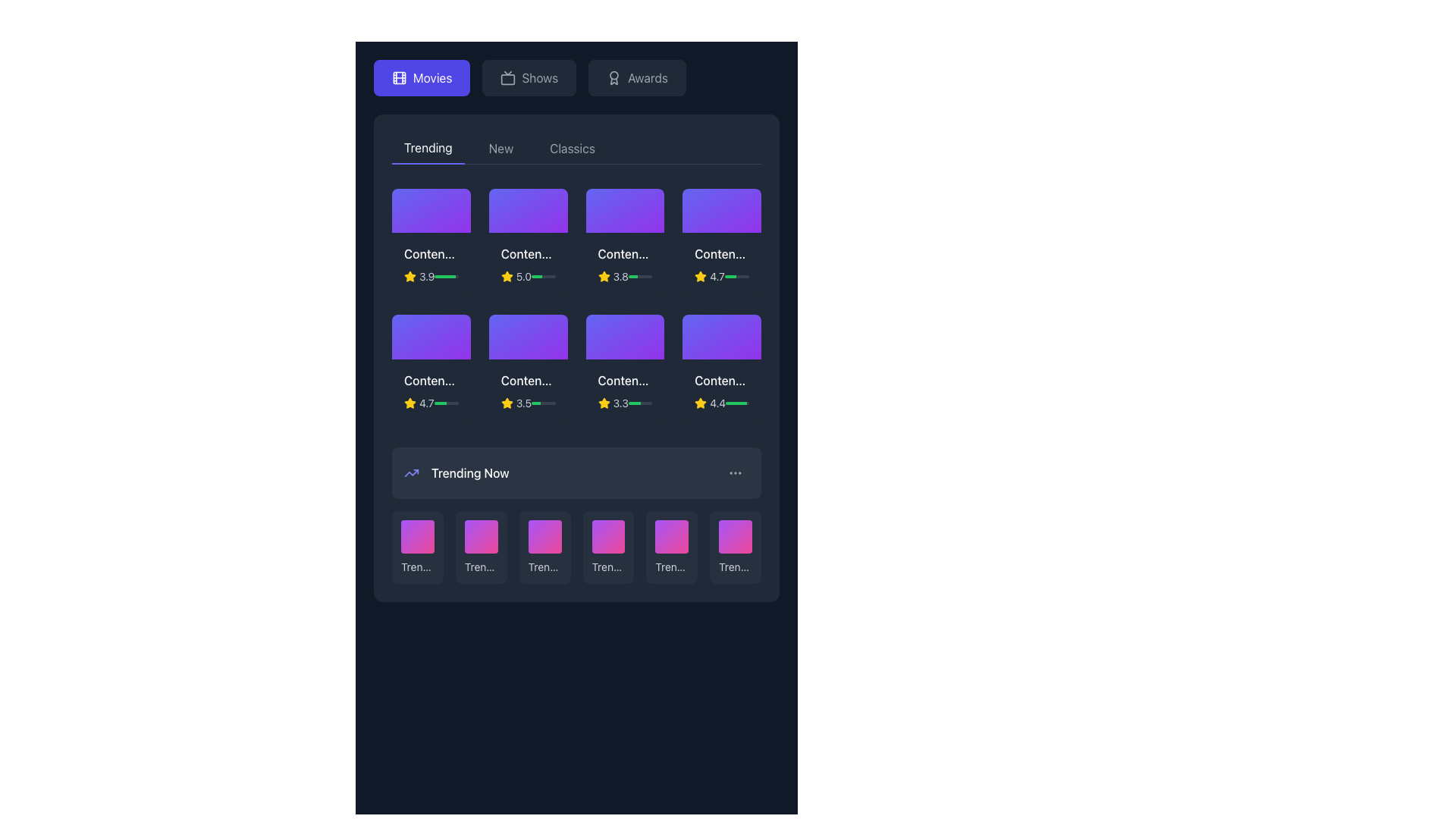  I want to click on the 'Movies' text label embedded in a button with a purple background located in the top-left region of the interface within the navigation menu, so click(431, 78).